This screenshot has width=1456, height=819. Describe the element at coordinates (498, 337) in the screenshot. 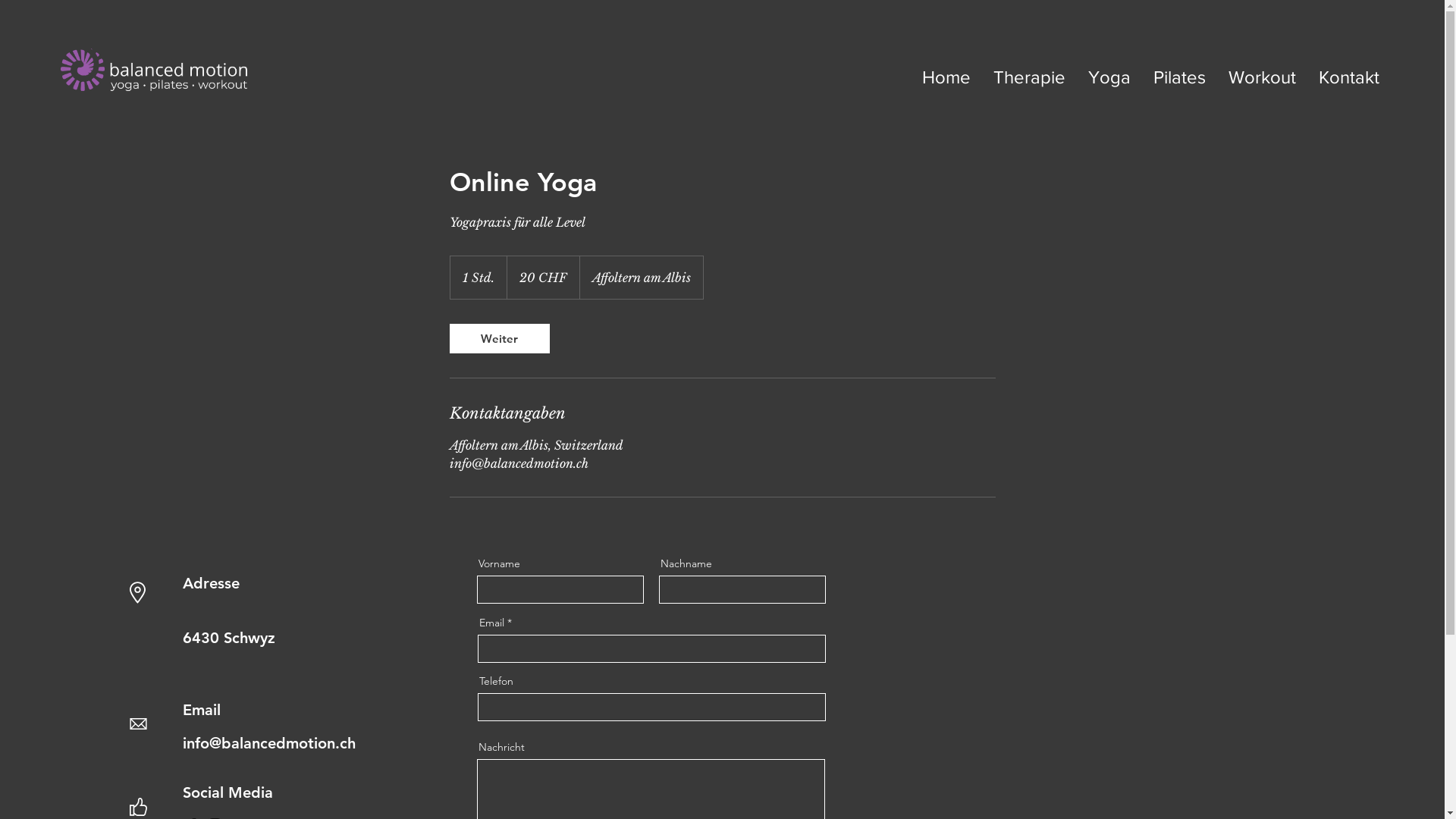

I see `'Weiter'` at that location.